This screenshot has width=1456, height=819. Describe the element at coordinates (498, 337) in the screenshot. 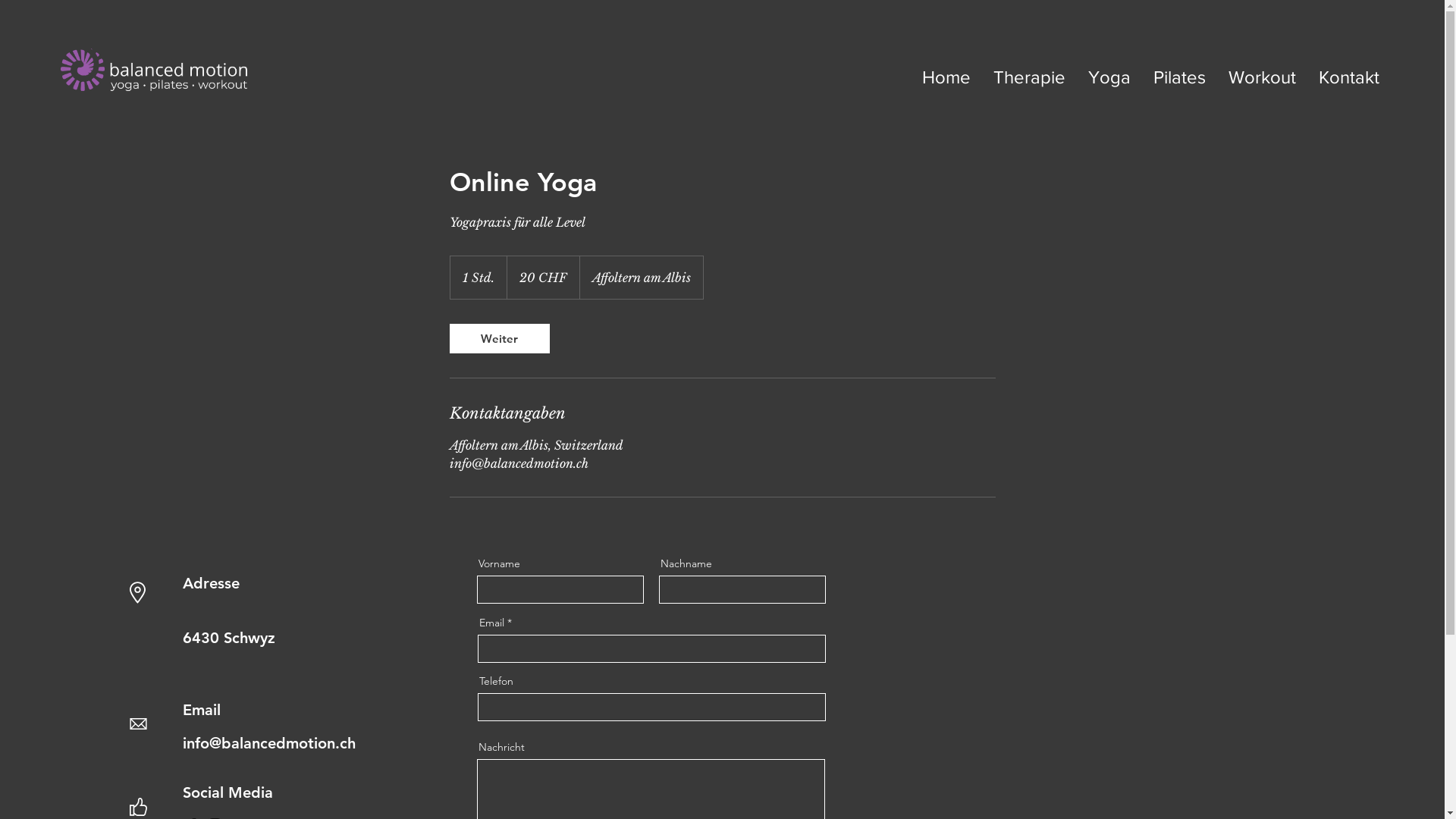

I see `'Weiter'` at that location.